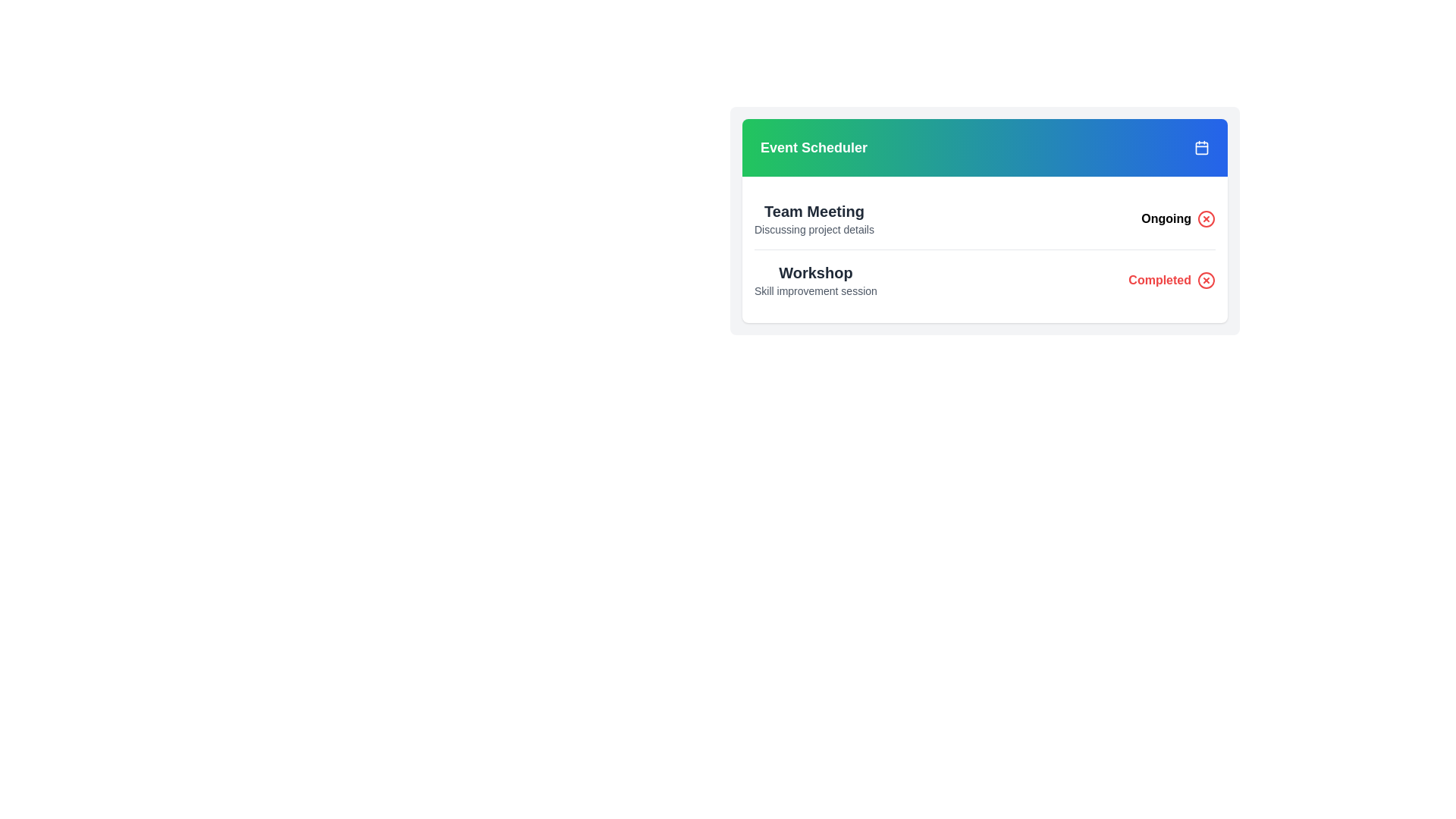 The image size is (1456, 819). I want to click on the SVG Circle element, which is a circular outline with medium thickness, positioned at the top layer of an SVG graphic and framing a graphical icon, so click(1205, 281).